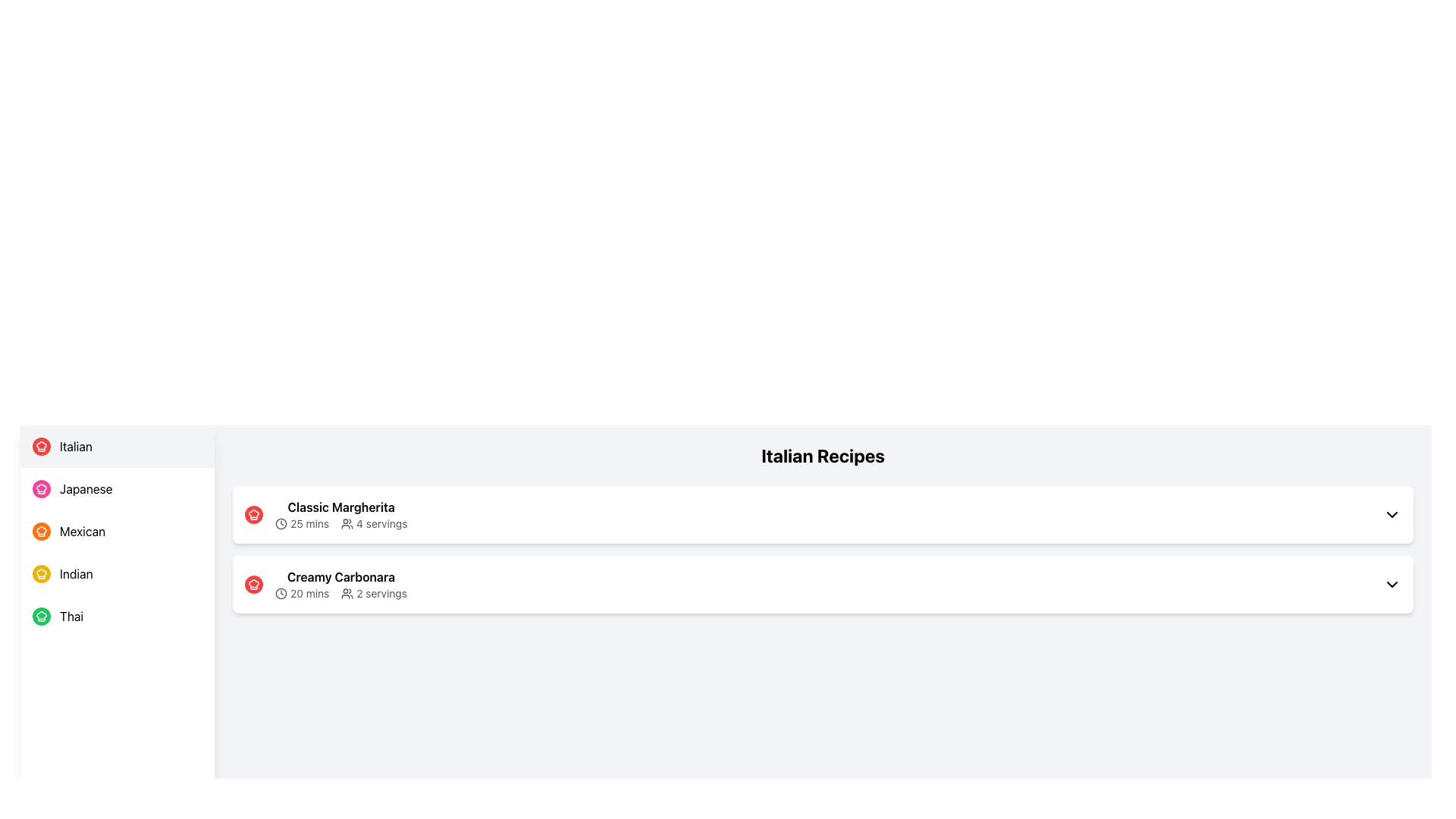 The width and height of the screenshot is (1456, 819). What do you see at coordinates (254, 584) in the screenshot?
I see `the chef hat icon representing the 'Creamy Carbonara' recipe, located at the leftmost position of the row to provide more information or functionality` at bounding box center [254, 584].